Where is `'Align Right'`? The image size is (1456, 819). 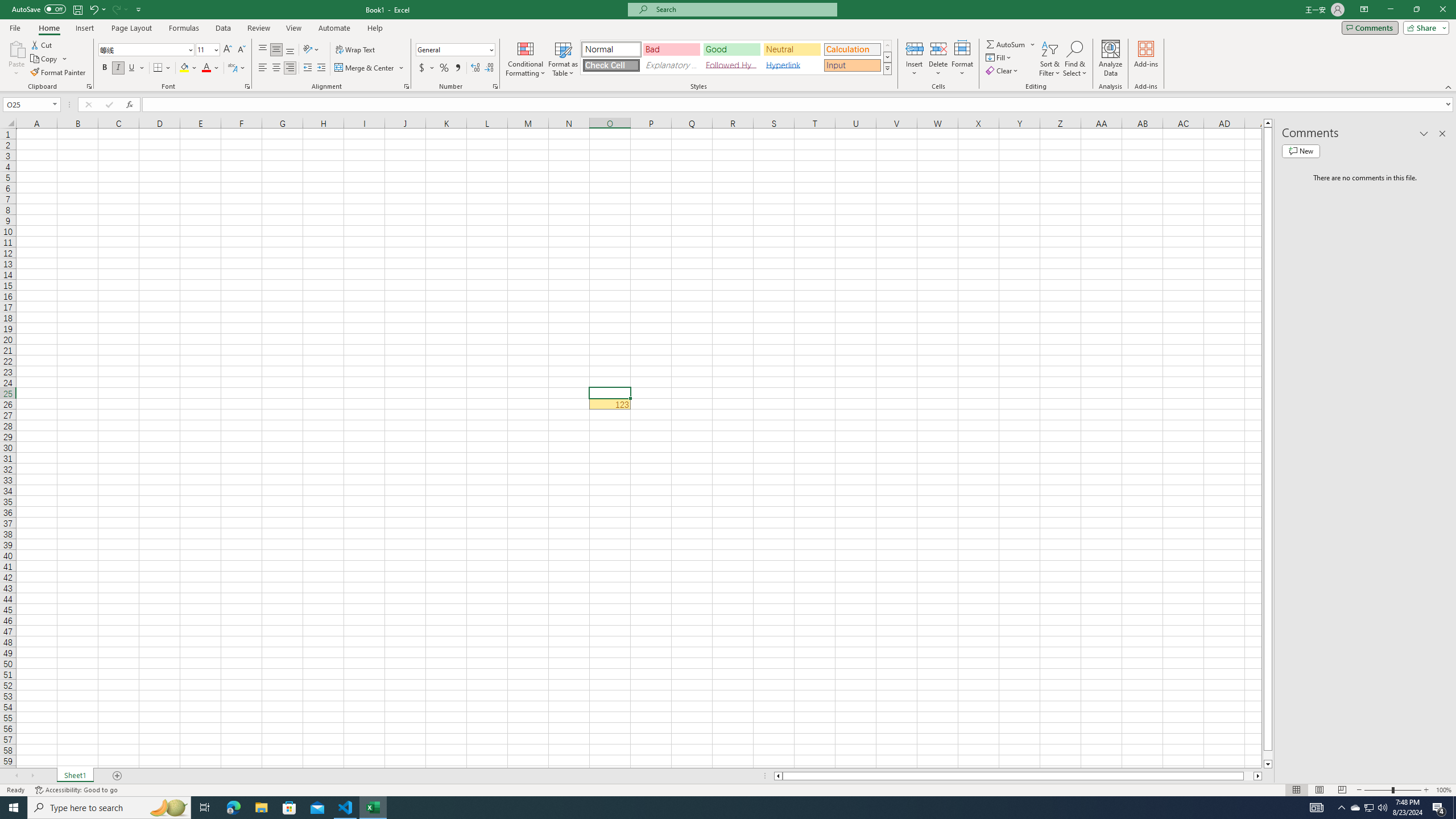 'Align Right' is located at coordinates (289, 67).